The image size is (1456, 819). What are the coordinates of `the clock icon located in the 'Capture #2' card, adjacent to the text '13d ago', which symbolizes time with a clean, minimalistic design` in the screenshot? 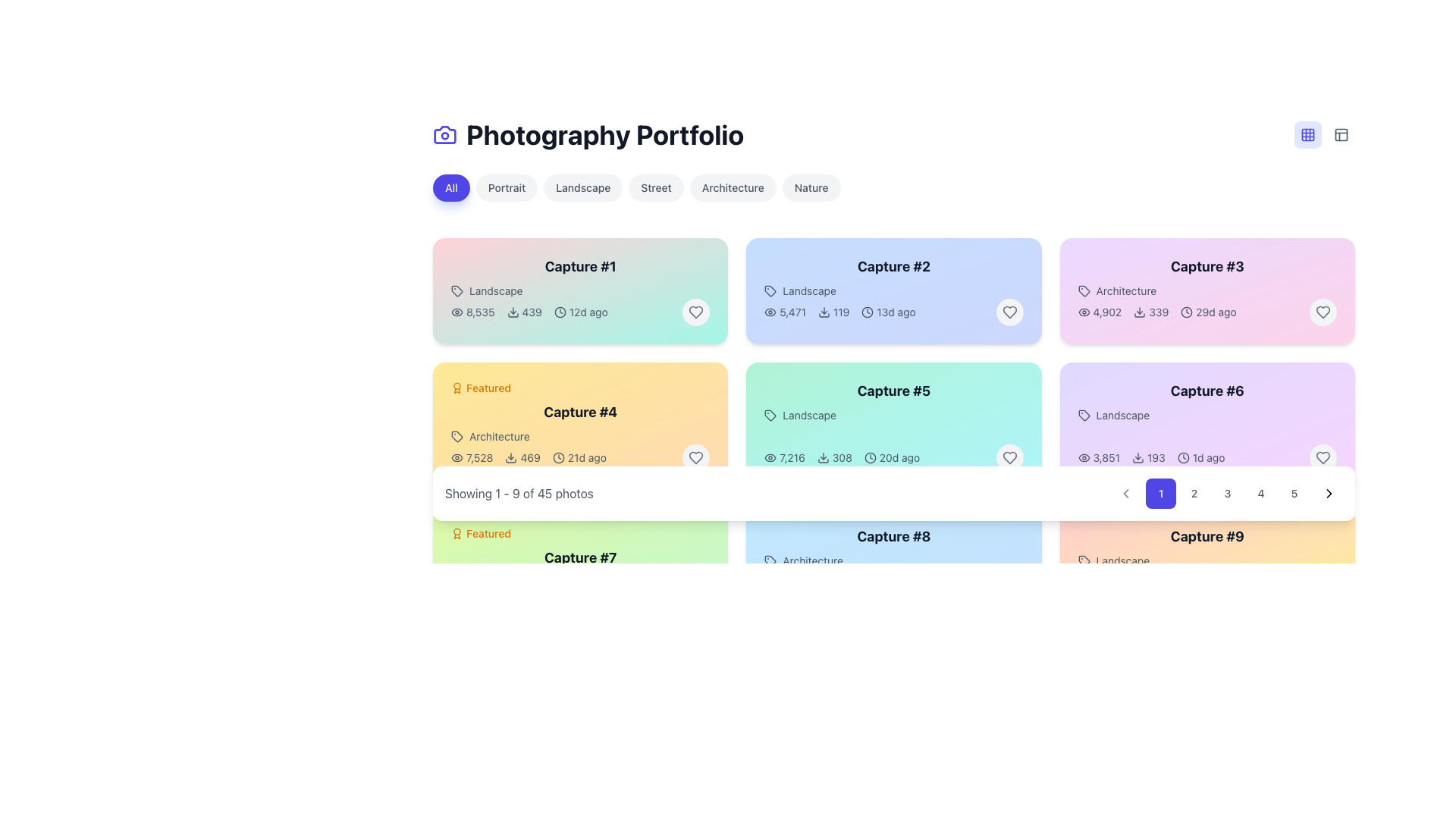 It's located at (868, 312).